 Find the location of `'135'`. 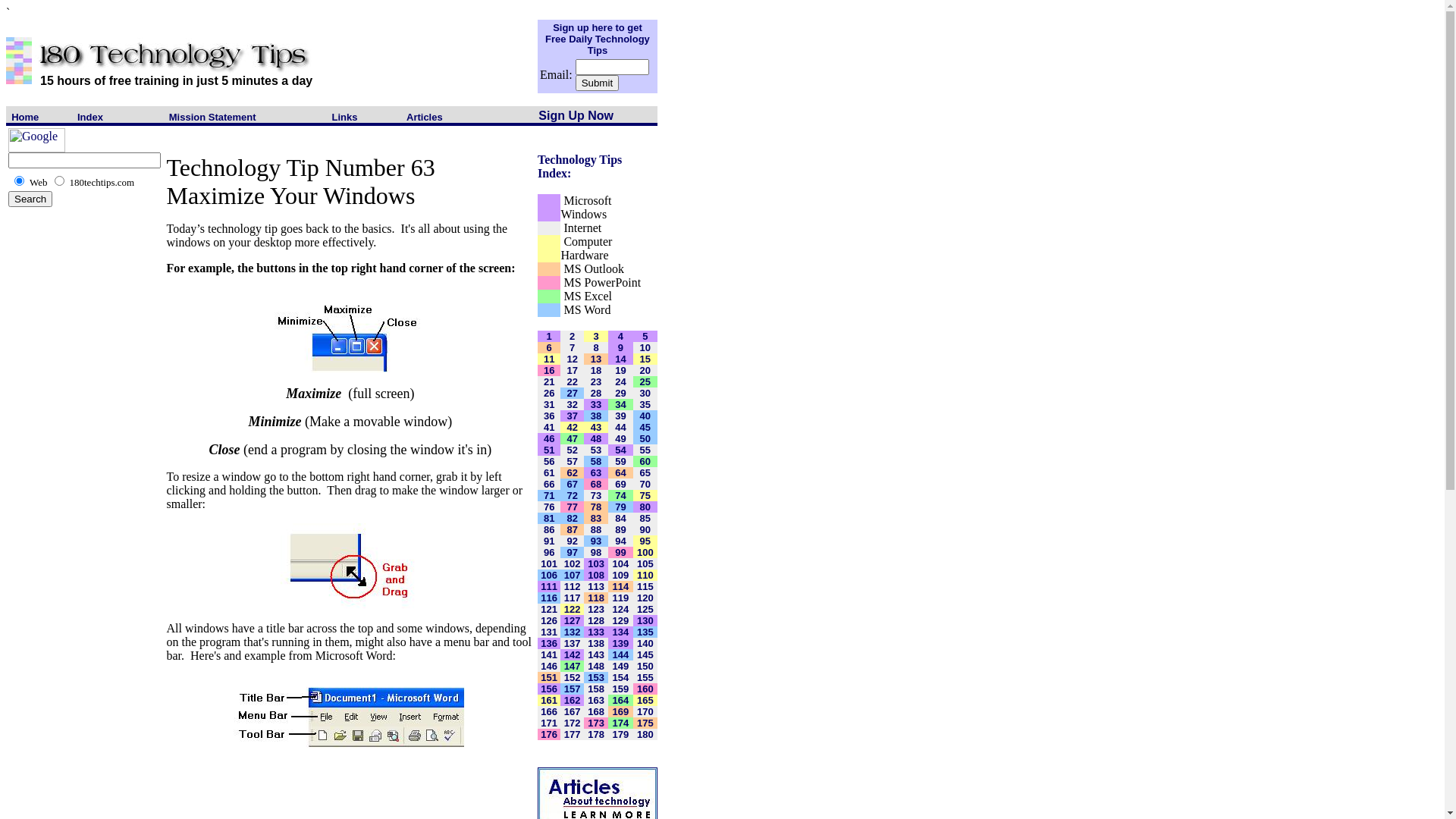

'135' is located at coordinates (645, 631).